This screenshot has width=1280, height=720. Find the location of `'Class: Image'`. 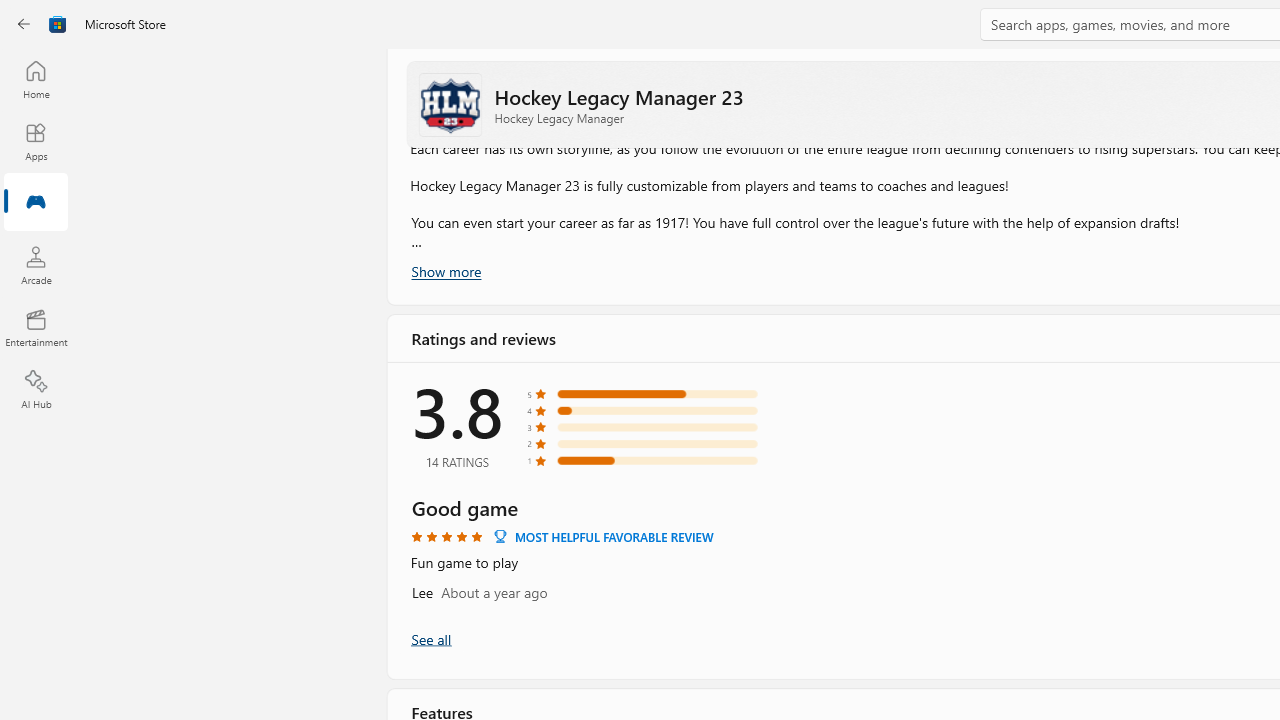

'Class: Image' is located at coordinates (58, 24).